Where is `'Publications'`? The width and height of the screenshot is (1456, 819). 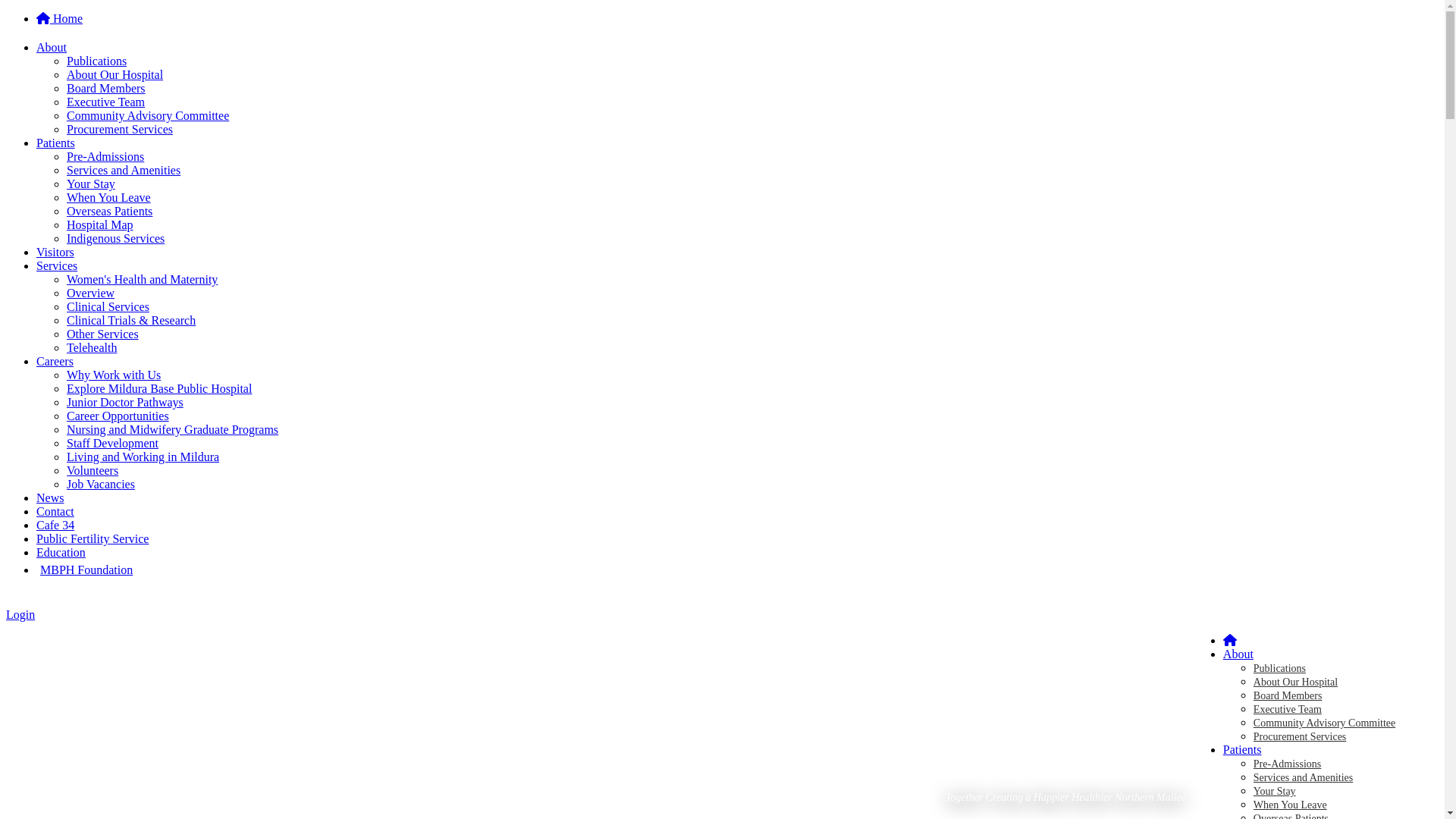 'Publications' is located at coordinates (1279, 667).